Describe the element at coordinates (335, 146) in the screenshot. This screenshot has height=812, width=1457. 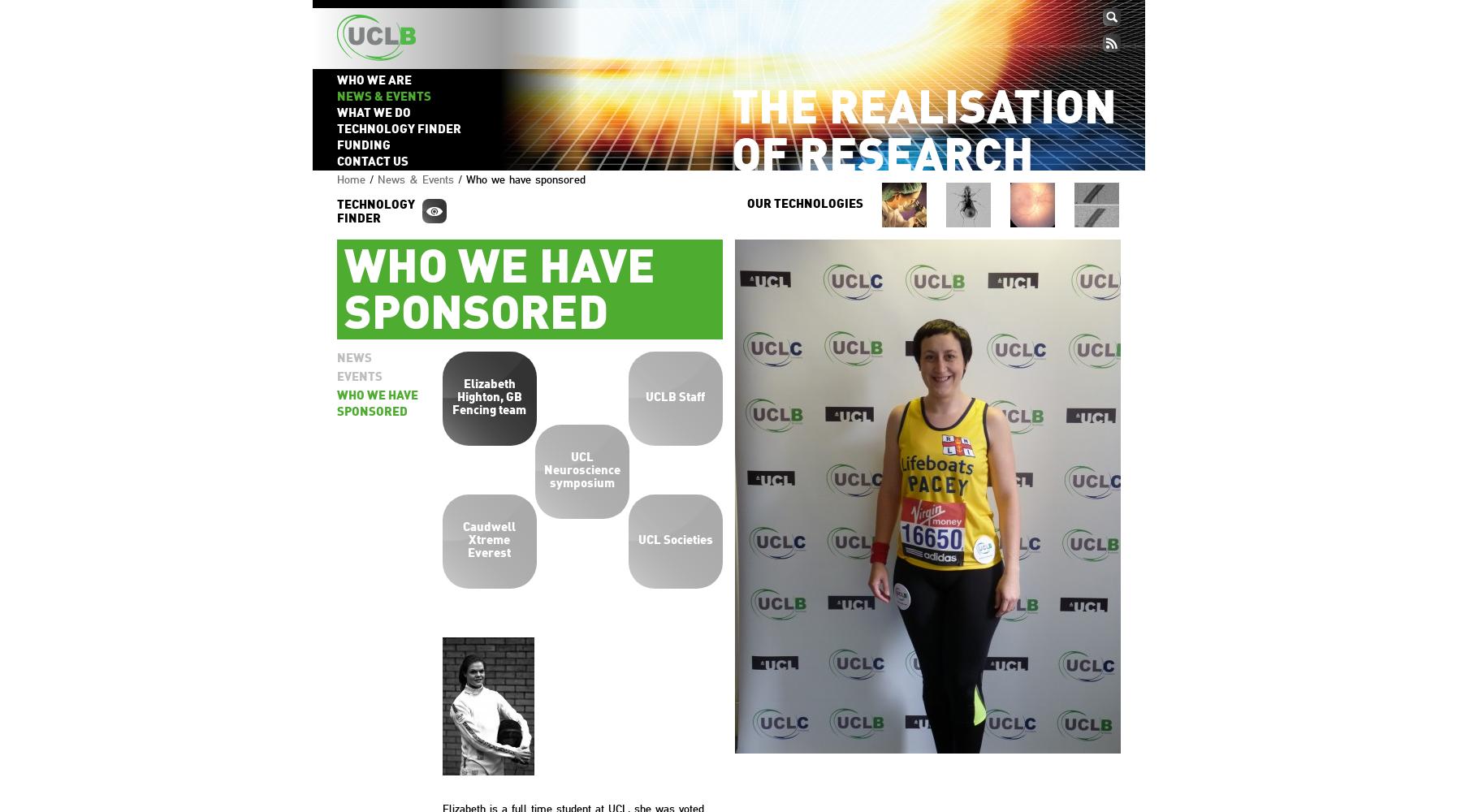
I see `'Funding'` at that location.